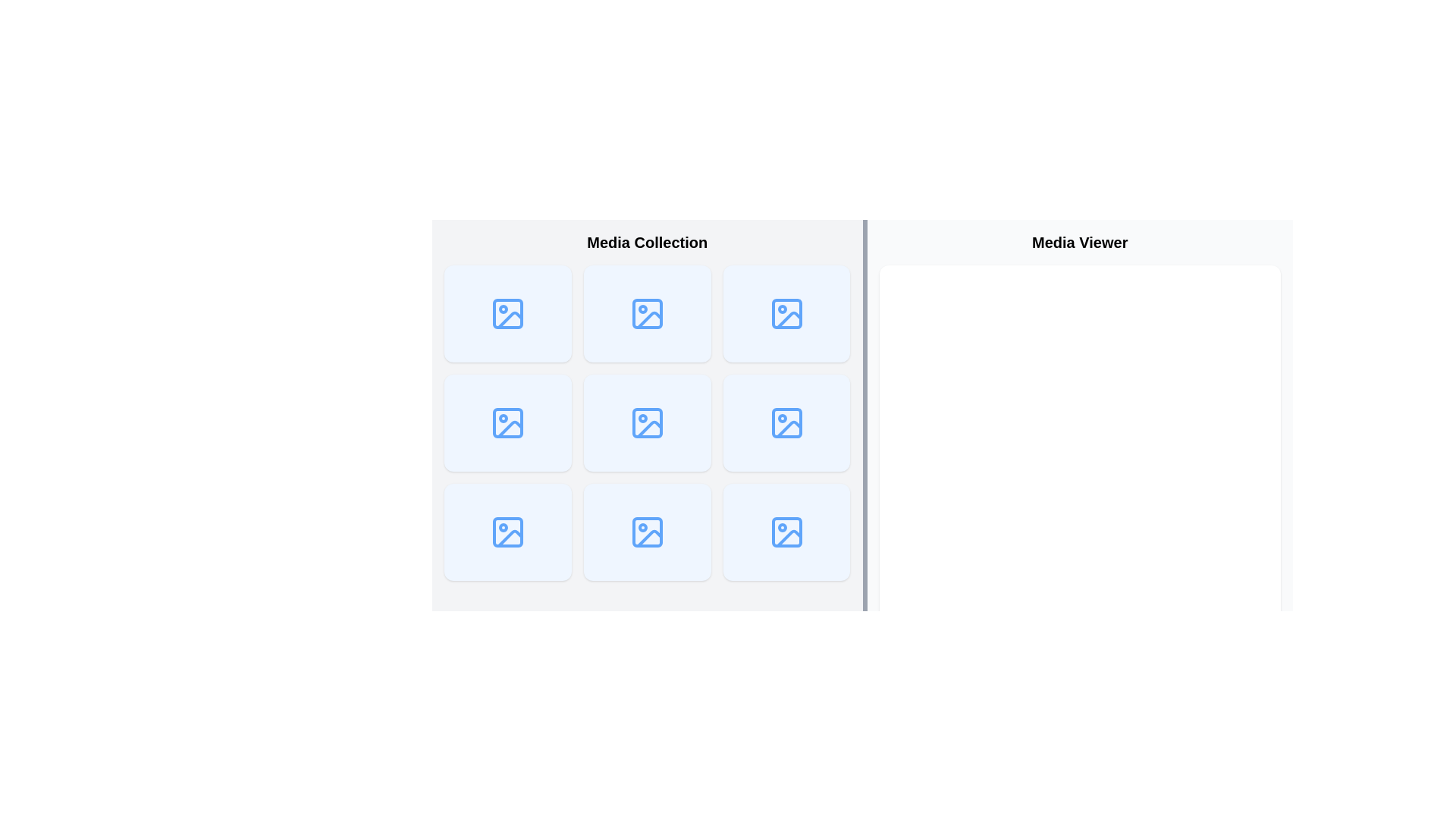 The height and width of the screenshot is (819, 1456). I want to click on the non-interactive light blue rectangle located in the second row and second column of the grid layout, so click(507, 423).